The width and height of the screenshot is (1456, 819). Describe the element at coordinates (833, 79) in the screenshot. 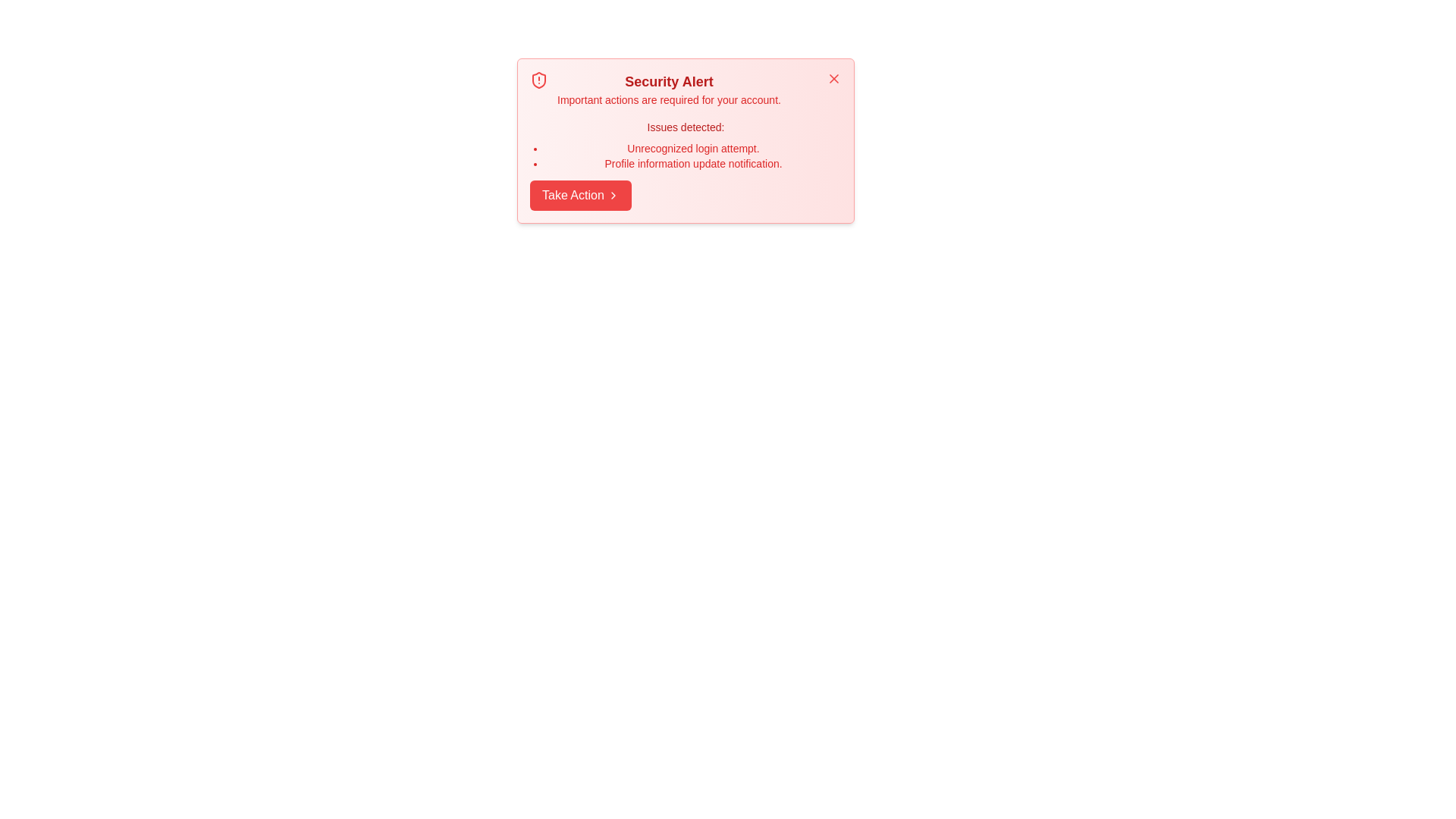

I see `the close button to dismiss the alert` at that location.